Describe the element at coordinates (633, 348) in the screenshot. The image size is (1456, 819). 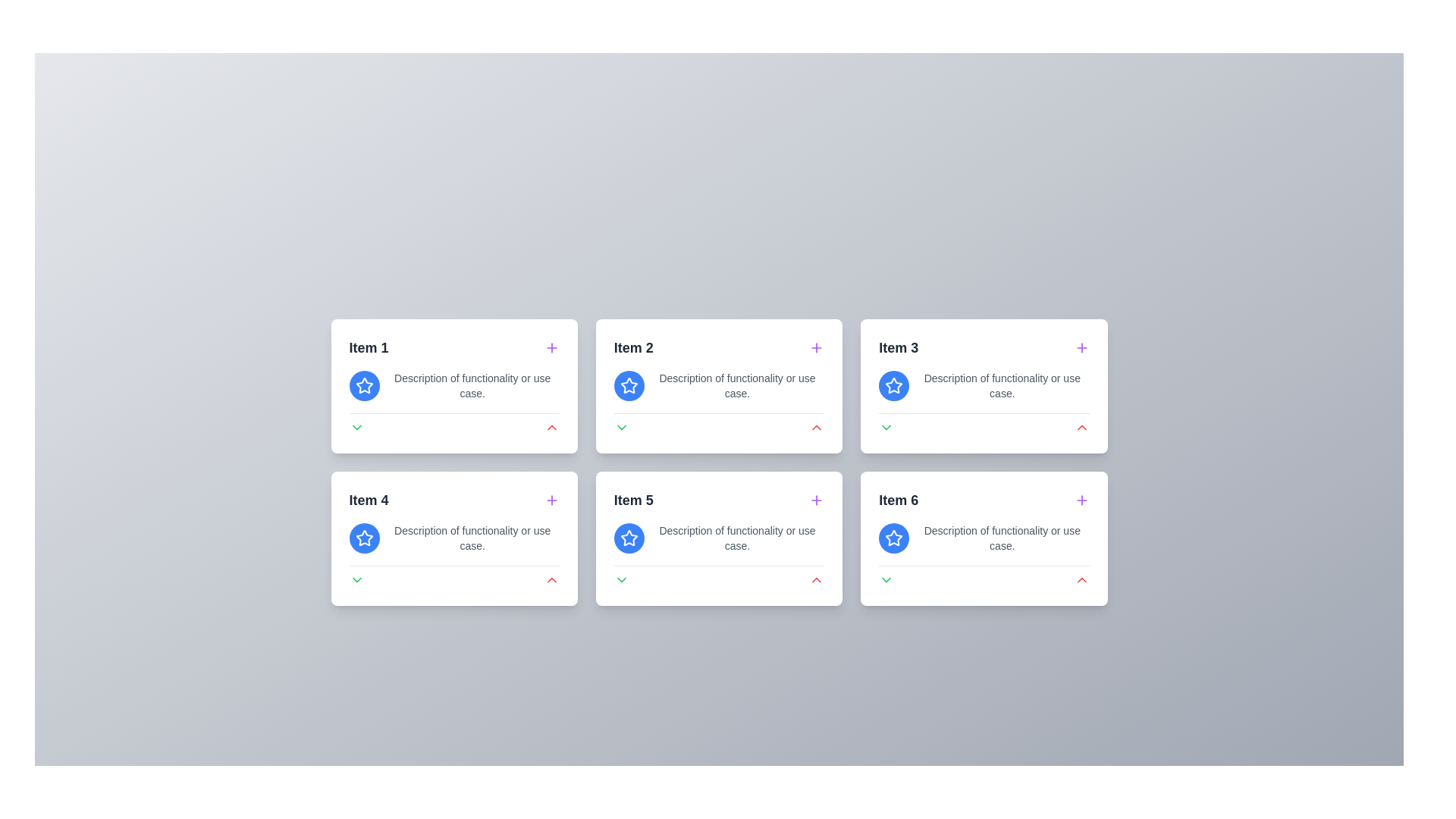
I see `the text label representing the title or category of the card located in the first row, second cell of a 3x2 grid layout` at that location.